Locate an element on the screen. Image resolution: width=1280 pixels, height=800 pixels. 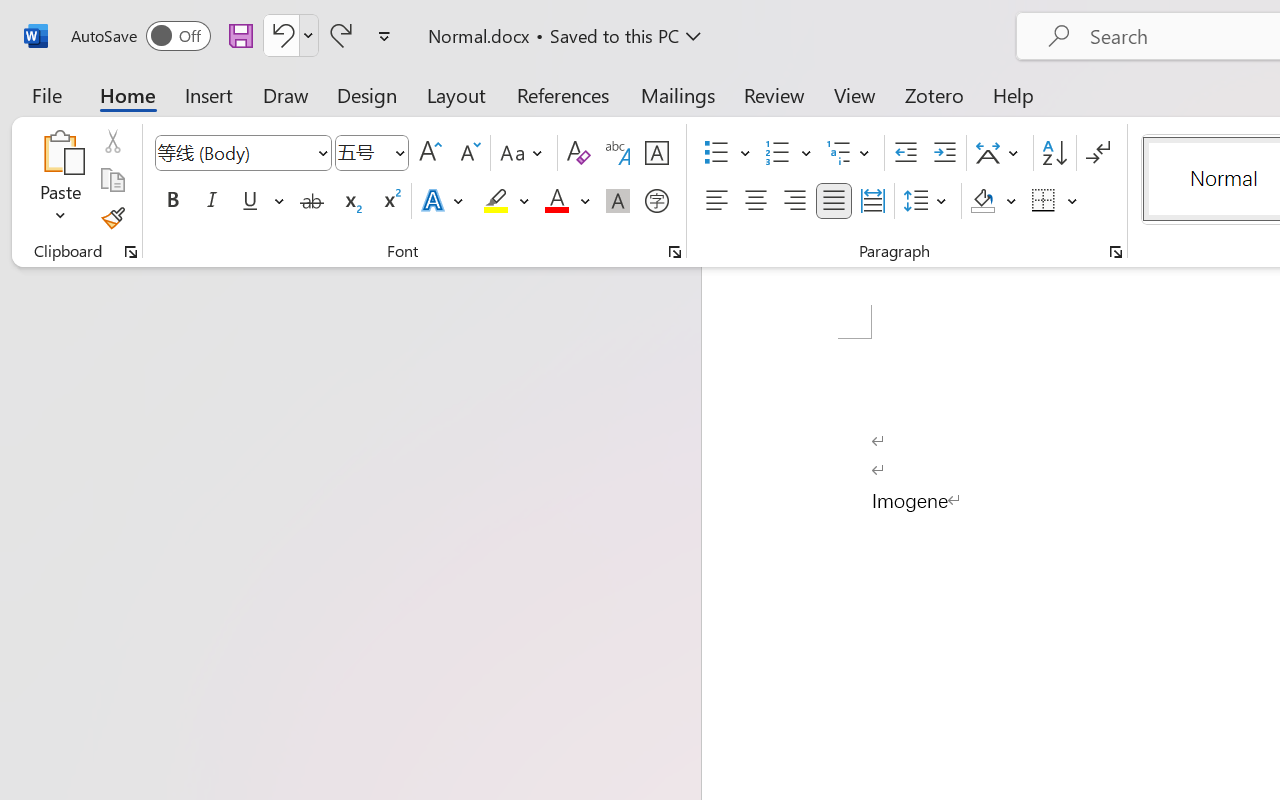
'Undo Typing' is located at coordinates (279, 34).